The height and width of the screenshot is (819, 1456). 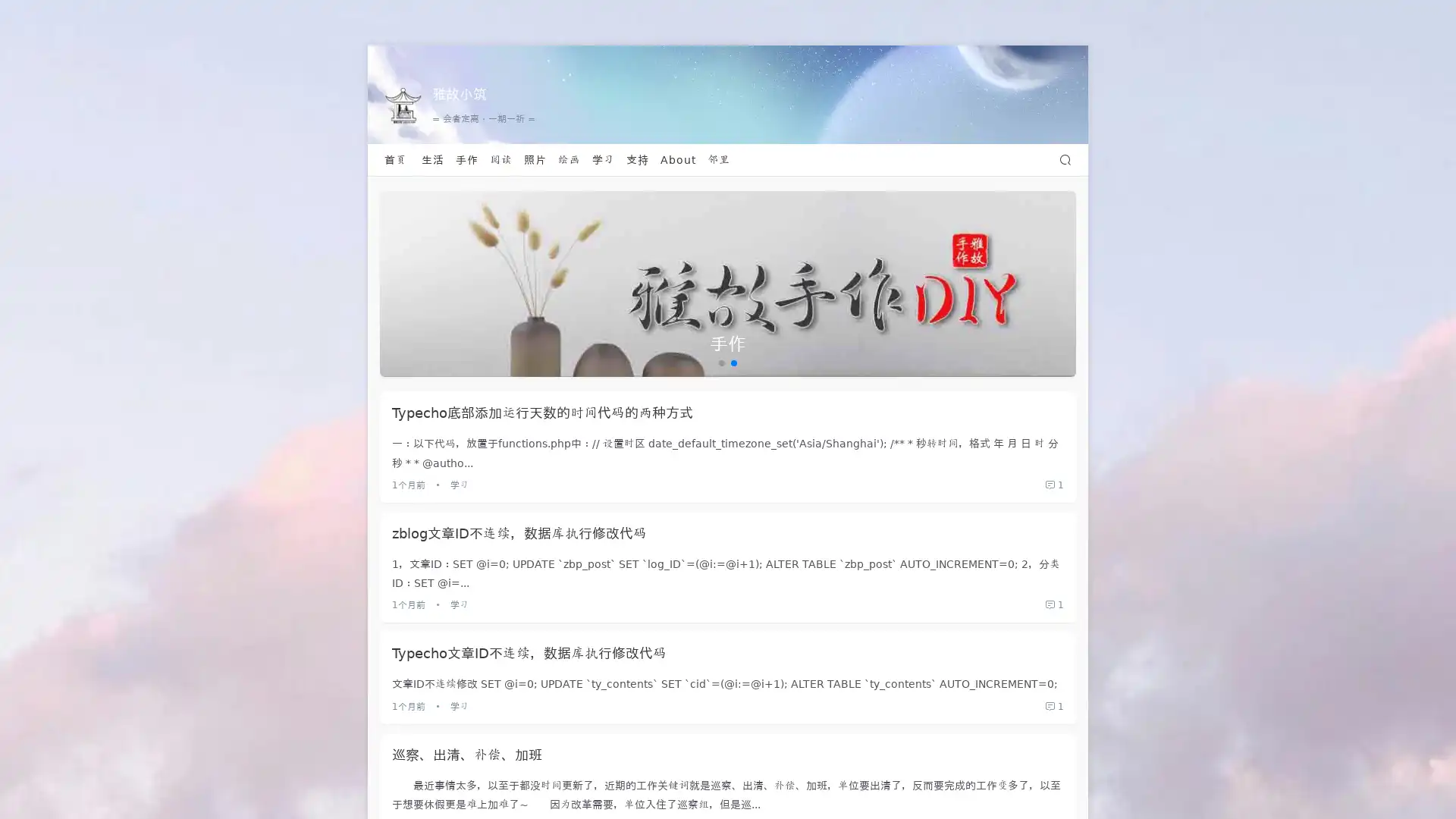 What do you see at coordinates (734, 362) in the screenshot?
I see `Go to slide 2` at bounding box center [734, 362].